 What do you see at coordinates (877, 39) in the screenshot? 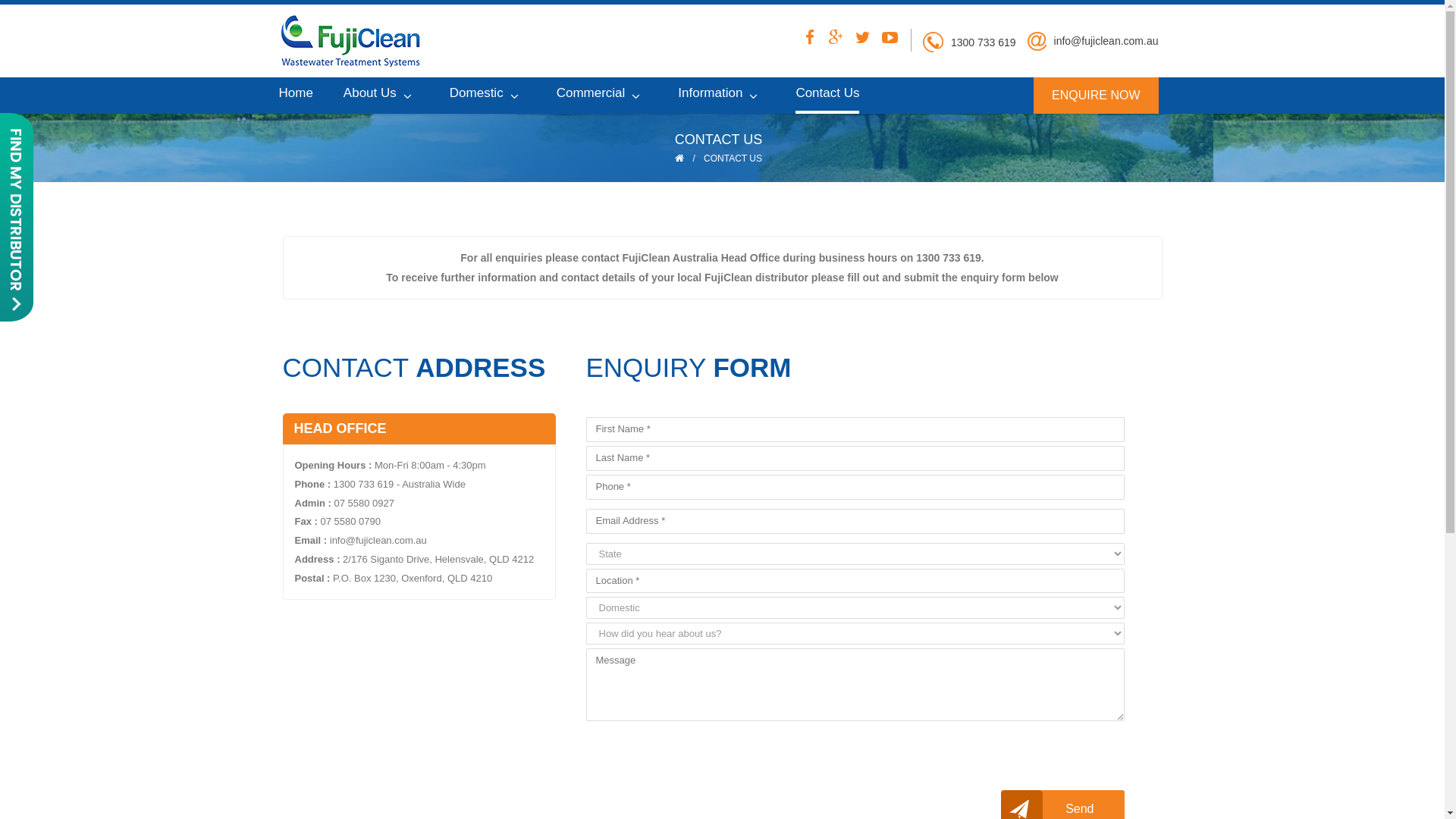
I see `'YouTube'` at bounding box center [877, 39].